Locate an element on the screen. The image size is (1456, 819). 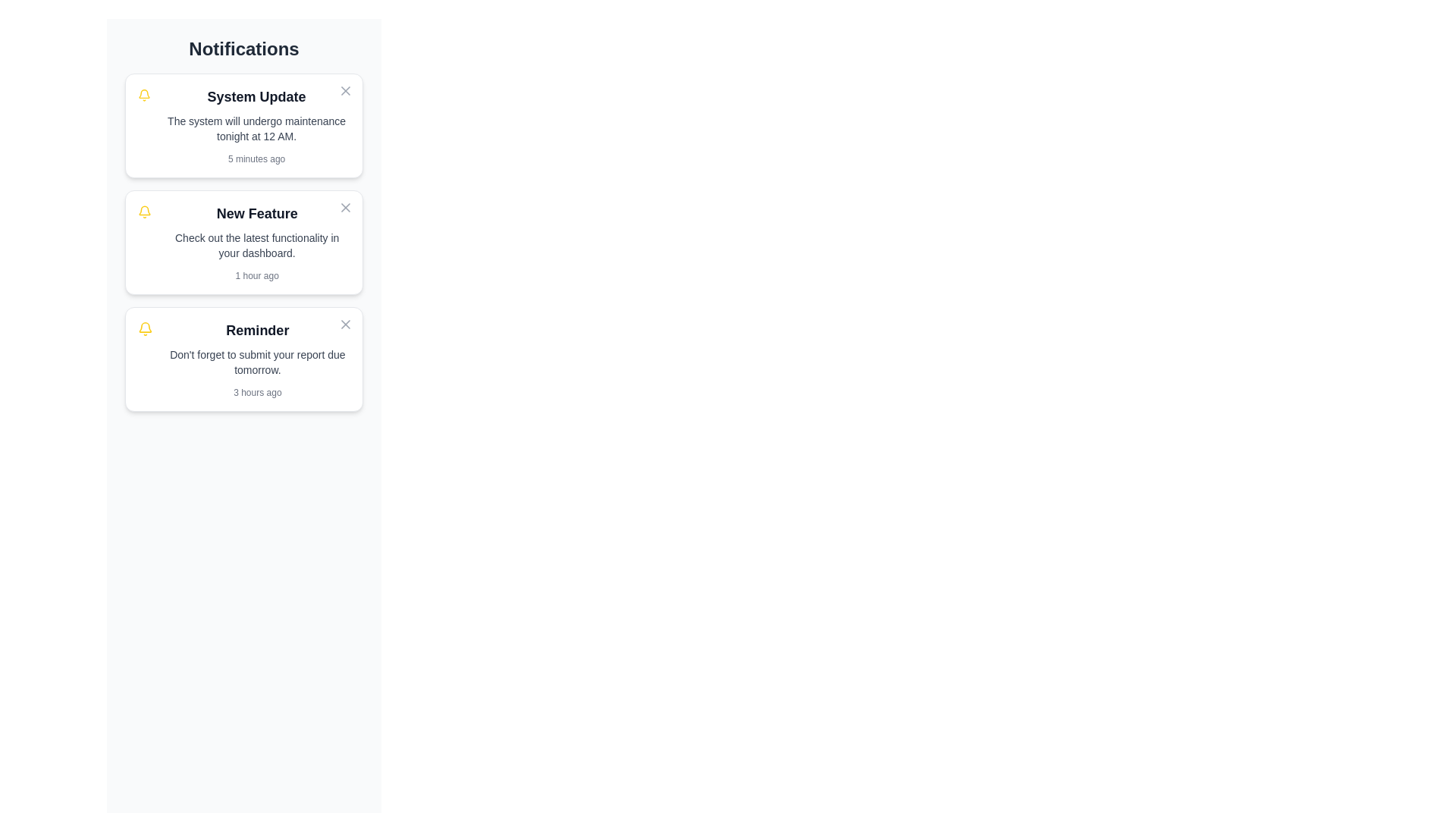
the close button located at the top-right corner of the 'Reminder' notification box is located at coordinates (345, 324).